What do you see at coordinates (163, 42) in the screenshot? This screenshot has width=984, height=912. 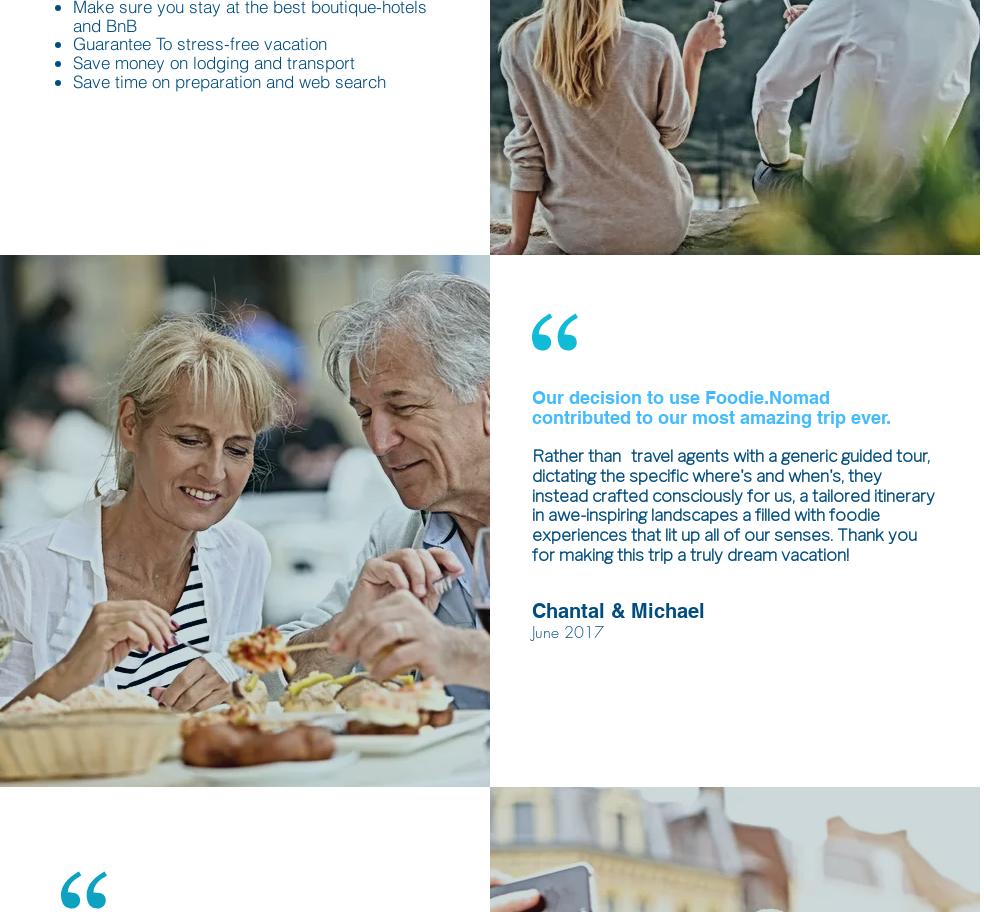 I see `'To'` at bounding box center [163, 42].